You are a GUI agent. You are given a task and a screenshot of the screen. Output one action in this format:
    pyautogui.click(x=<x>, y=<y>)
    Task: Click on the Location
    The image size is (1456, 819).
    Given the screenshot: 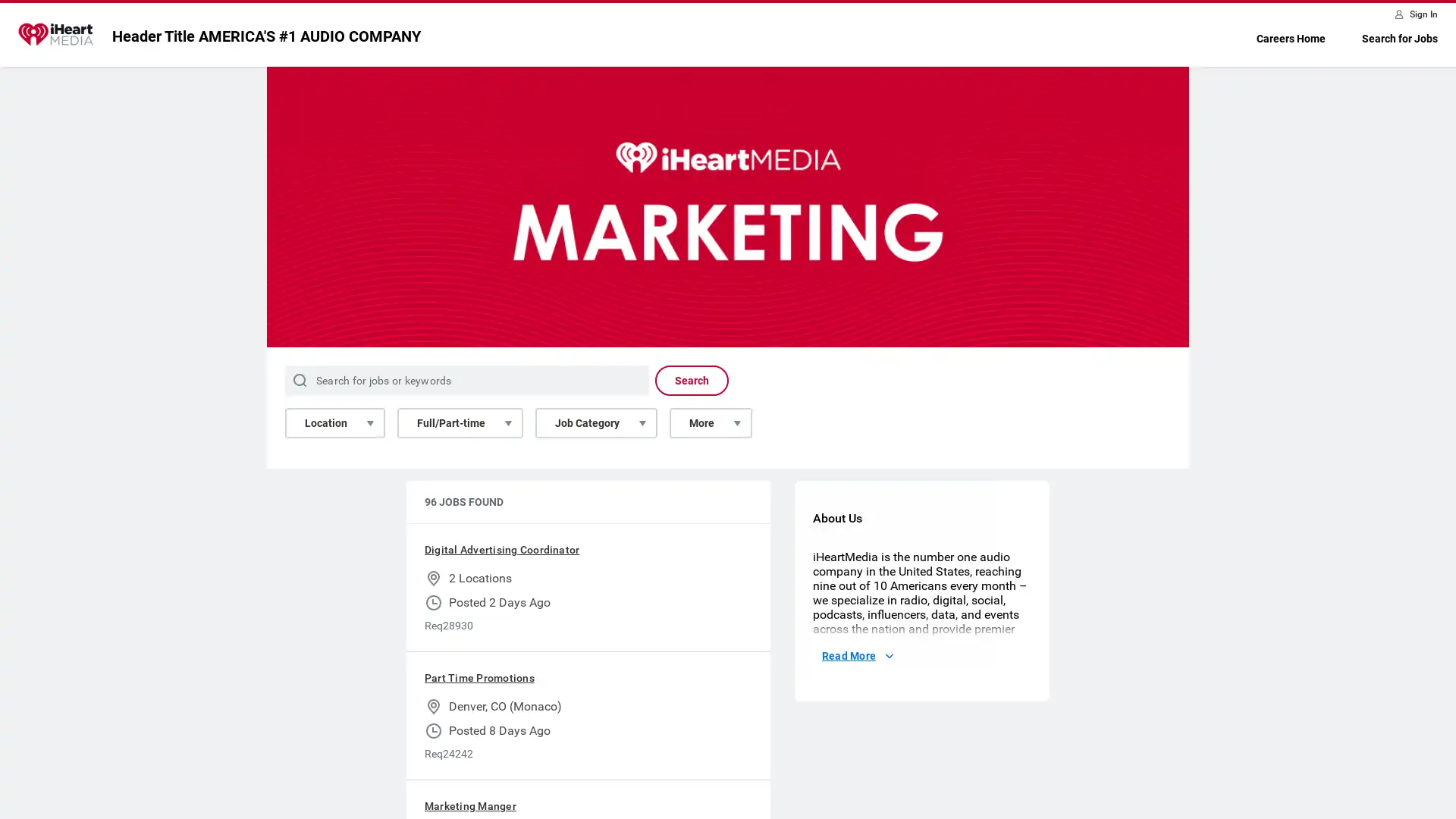 What is the action you would take?
    pyautogui.click(x=334, y=423)
    